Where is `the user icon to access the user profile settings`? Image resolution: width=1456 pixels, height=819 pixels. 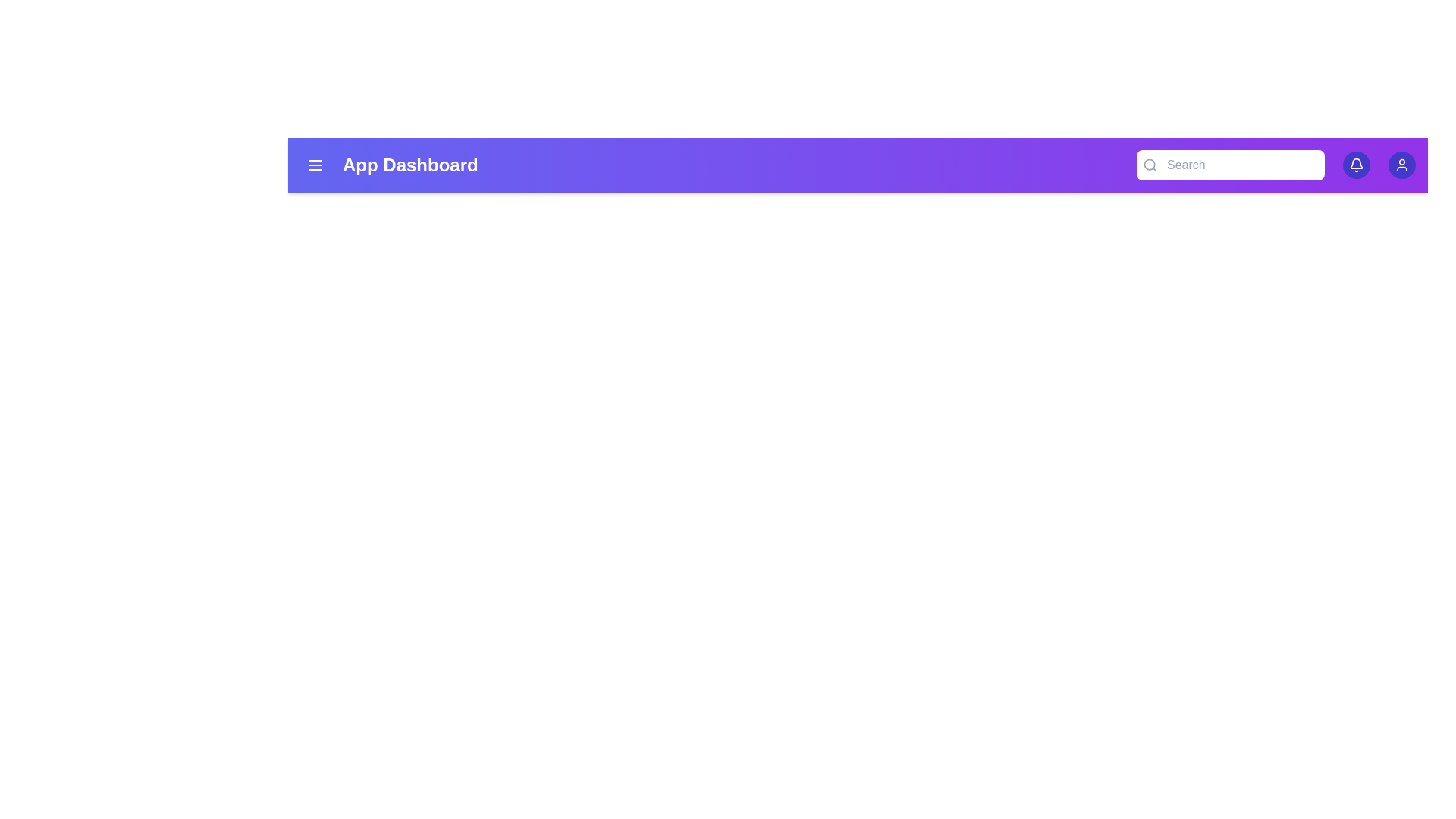
the user icon to access the user profile settings is located at coordinates (1401, 165).